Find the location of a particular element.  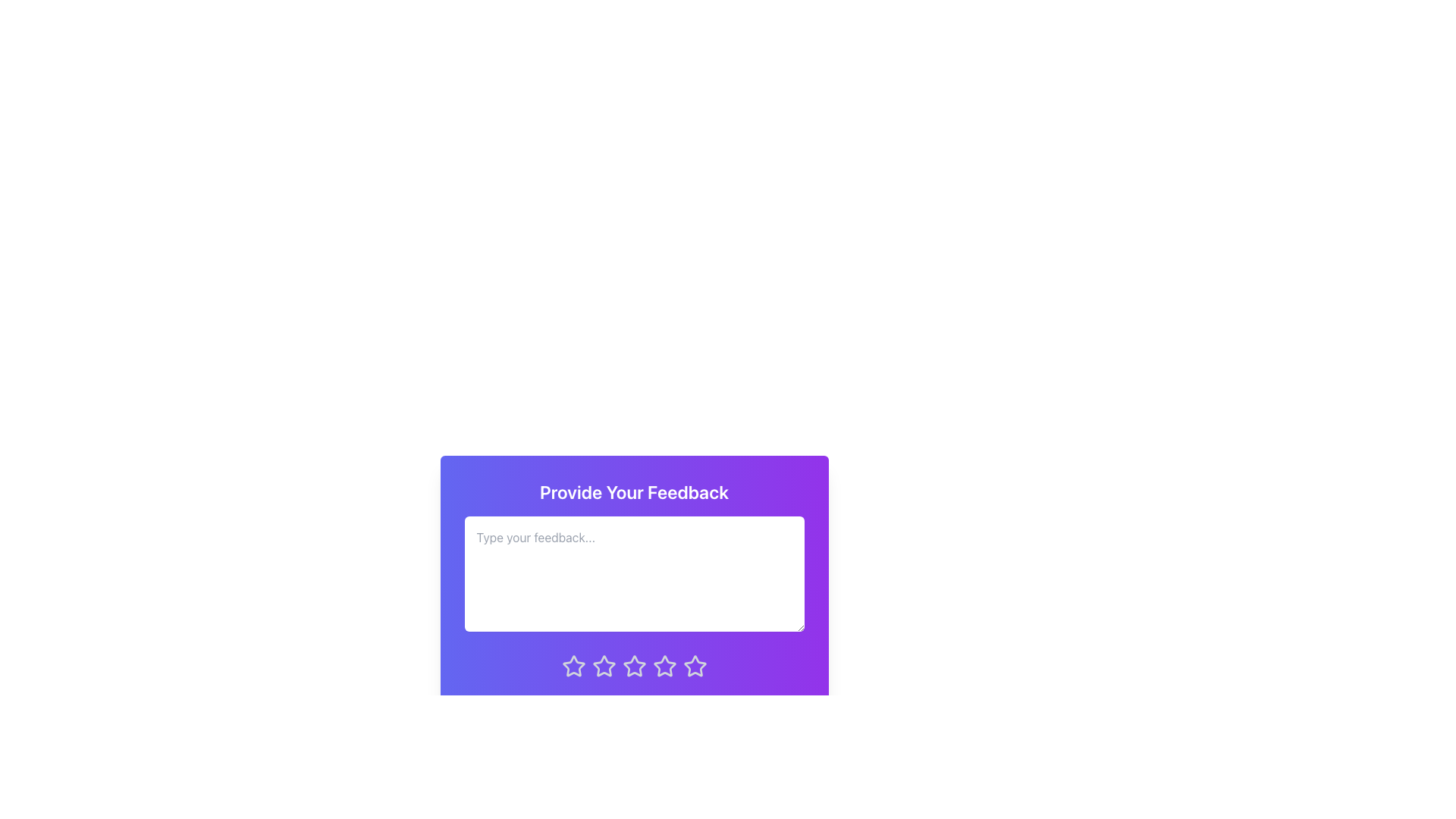

the second Rating Star Icon, which has a light gray outline on a purple background is located at coordinates (603, 665).